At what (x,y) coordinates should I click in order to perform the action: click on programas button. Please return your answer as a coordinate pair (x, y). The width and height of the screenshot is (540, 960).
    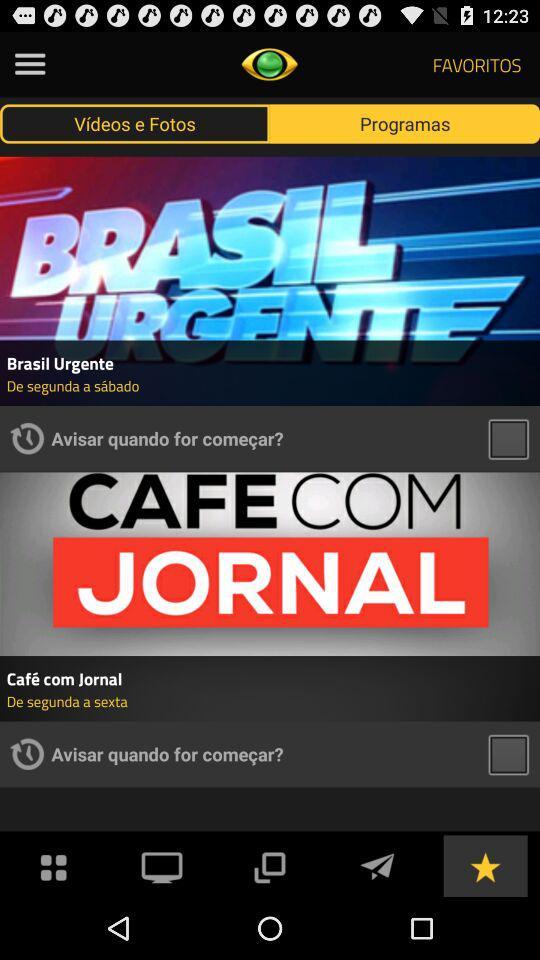
    Looking at the image, I should click on (405, 122).